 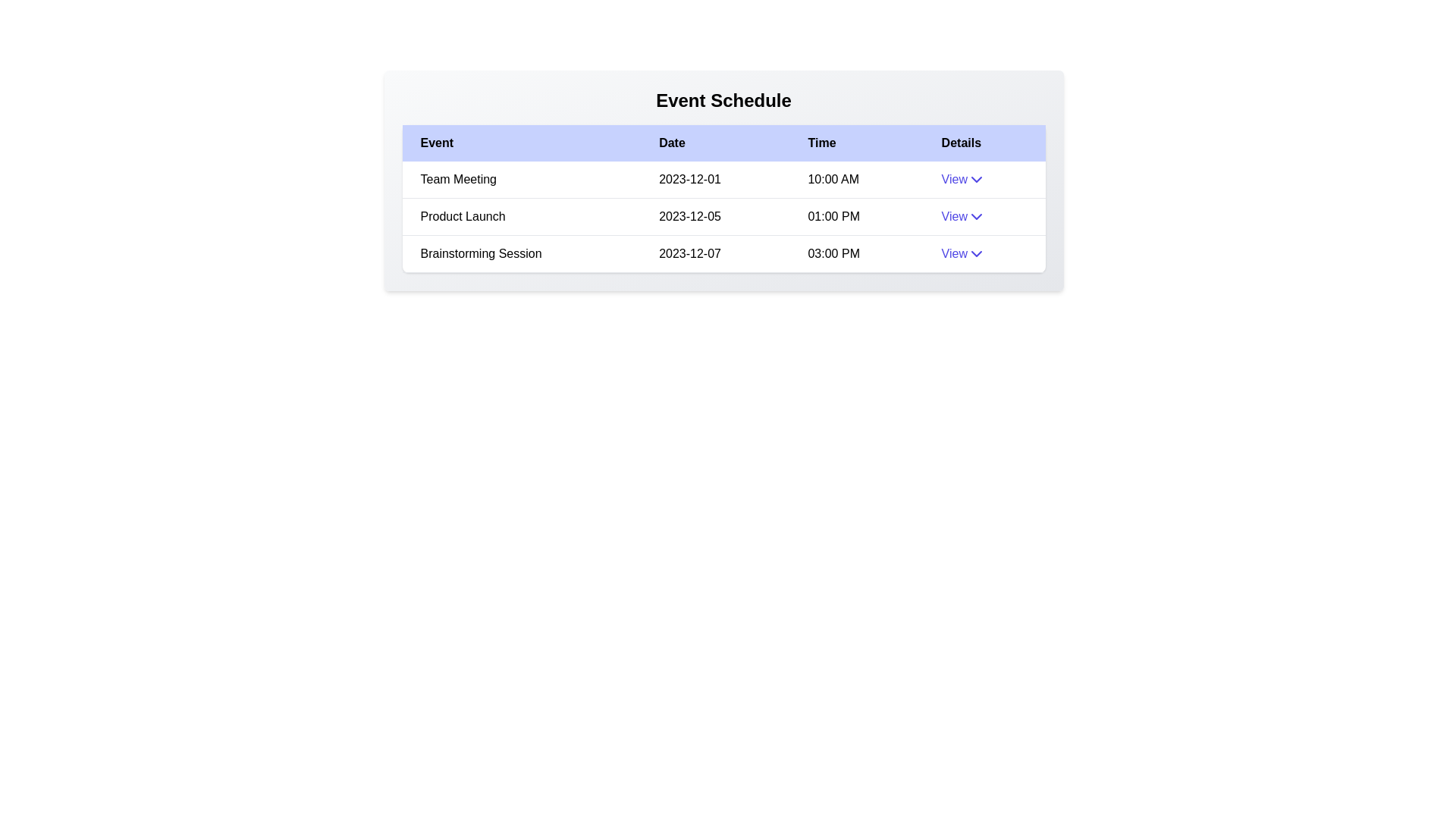 I want to click on the column header labeled 'Details' to sort the table by that column, so click(x=984, y=143).